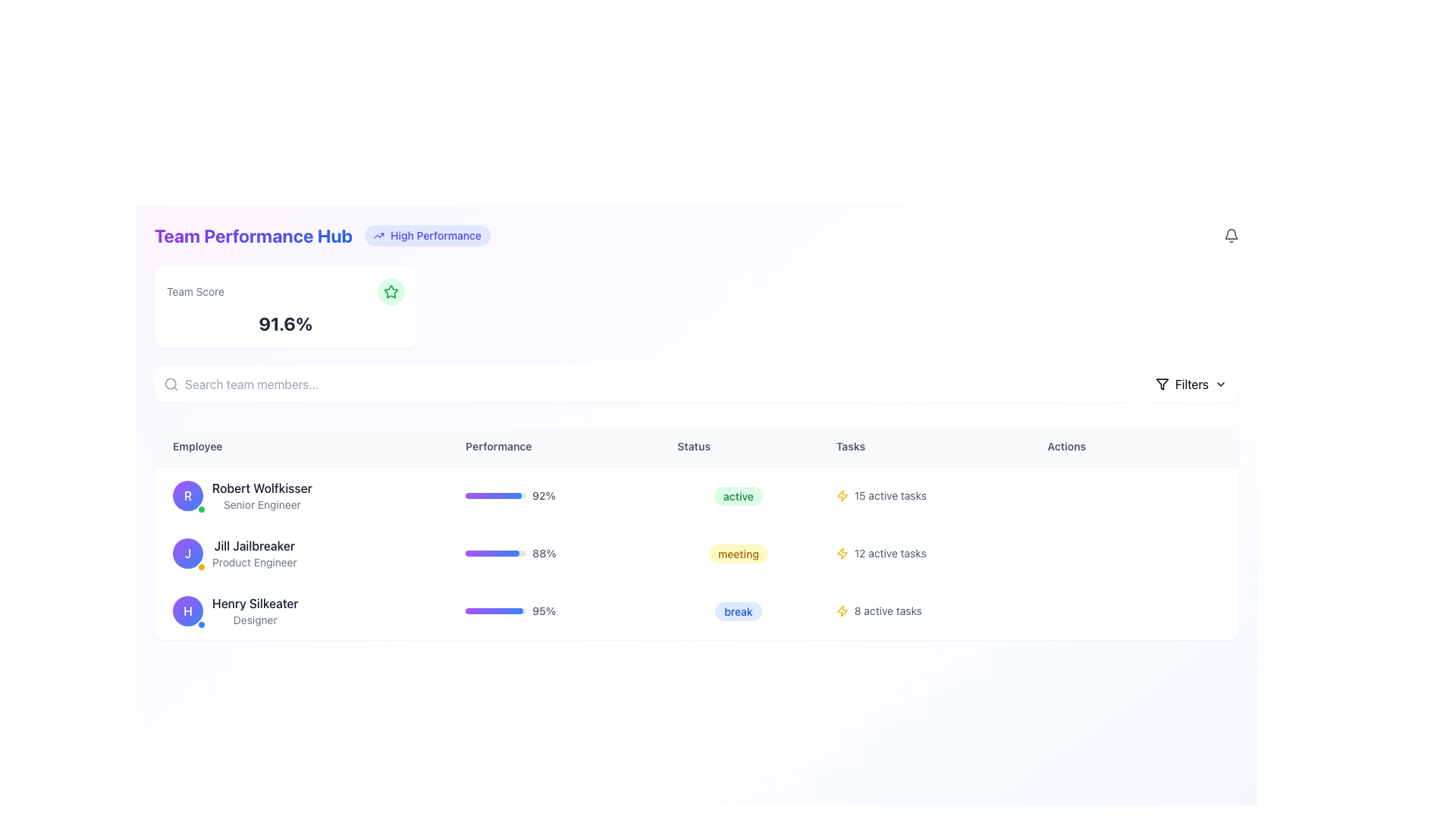  I want to click on the activity icon indicating '15 active tasks' located in the 'Tasks' column of the table, which is the first icon in its group, so click(841, 496).